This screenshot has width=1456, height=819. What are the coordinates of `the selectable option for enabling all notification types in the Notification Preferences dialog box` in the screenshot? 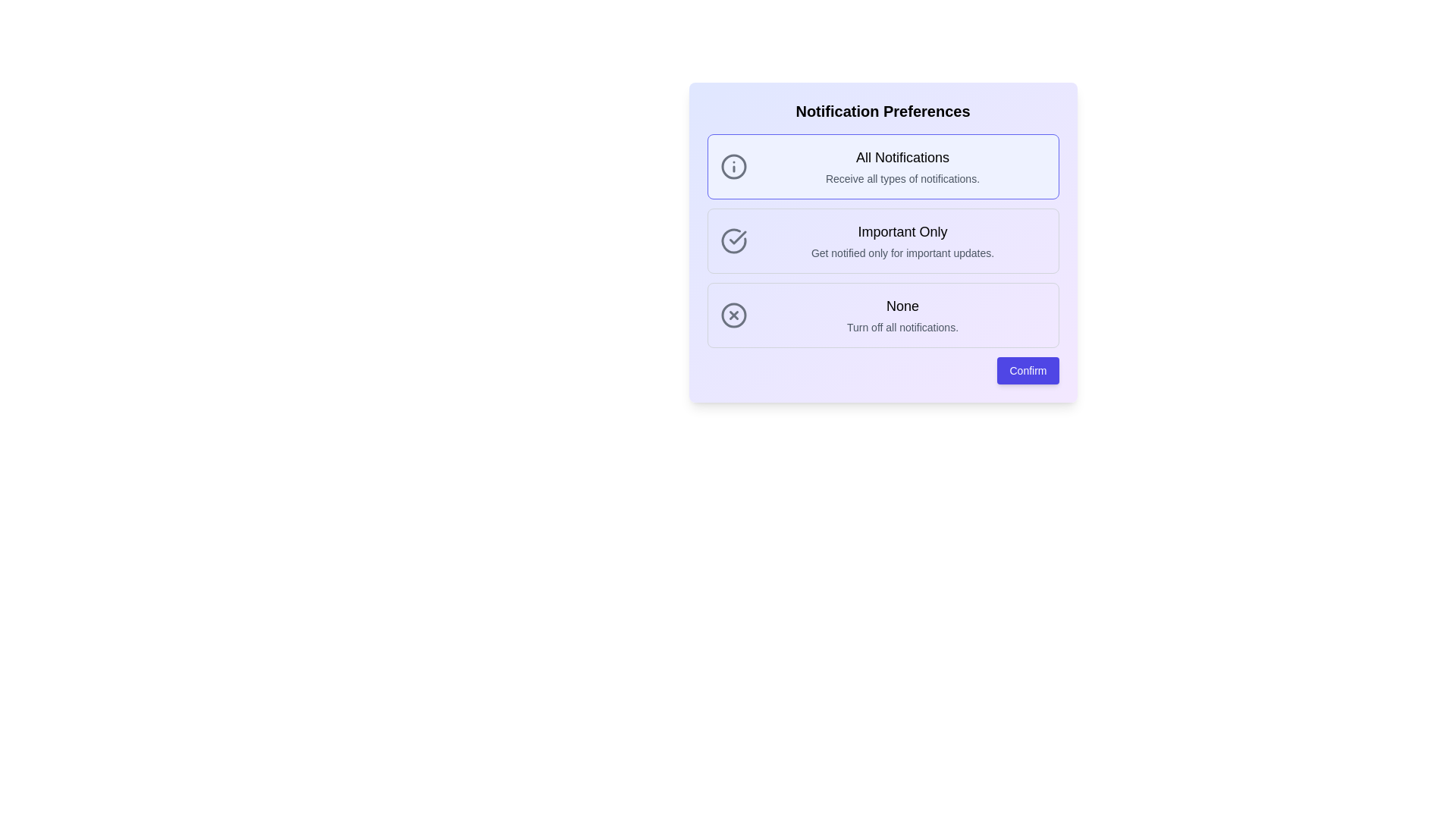 It's located at (883, 166).